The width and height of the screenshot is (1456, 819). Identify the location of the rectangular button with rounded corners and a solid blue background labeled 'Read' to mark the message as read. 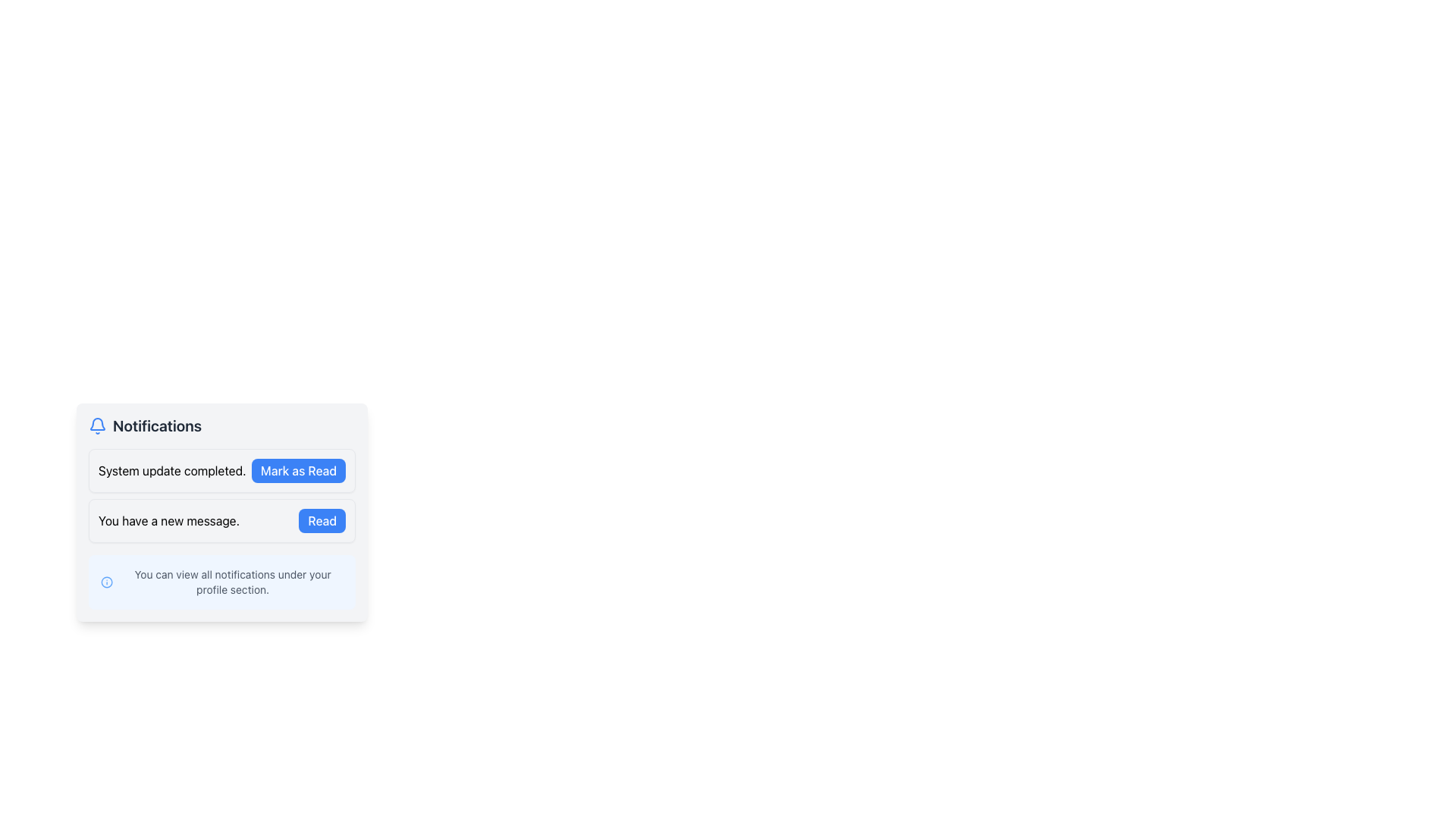
(322, 519).